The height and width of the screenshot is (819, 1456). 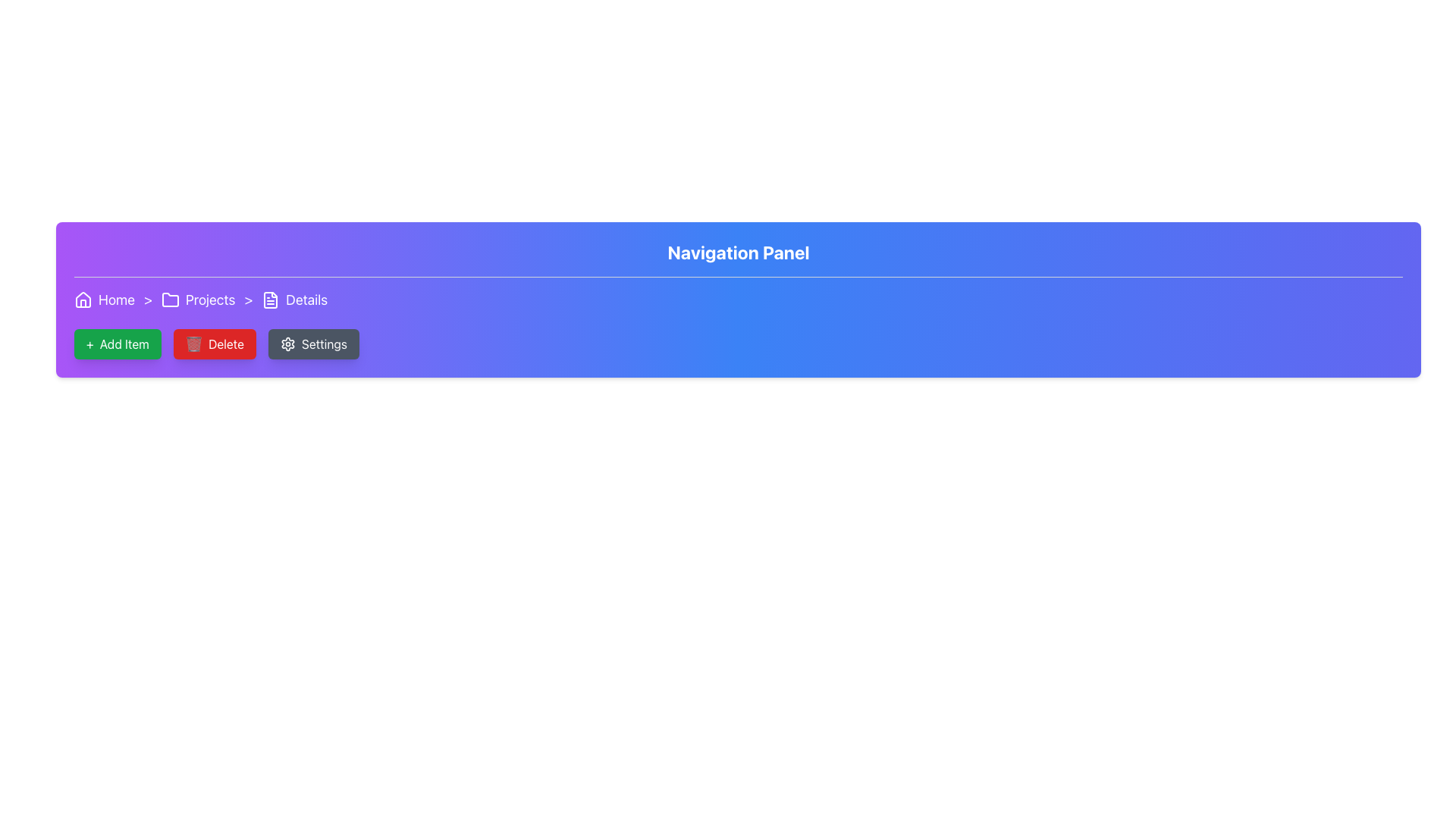 What do you see at coordinates (312, 344) in the screenshot?
I see `the settings button` at bounding box center [312, 344].